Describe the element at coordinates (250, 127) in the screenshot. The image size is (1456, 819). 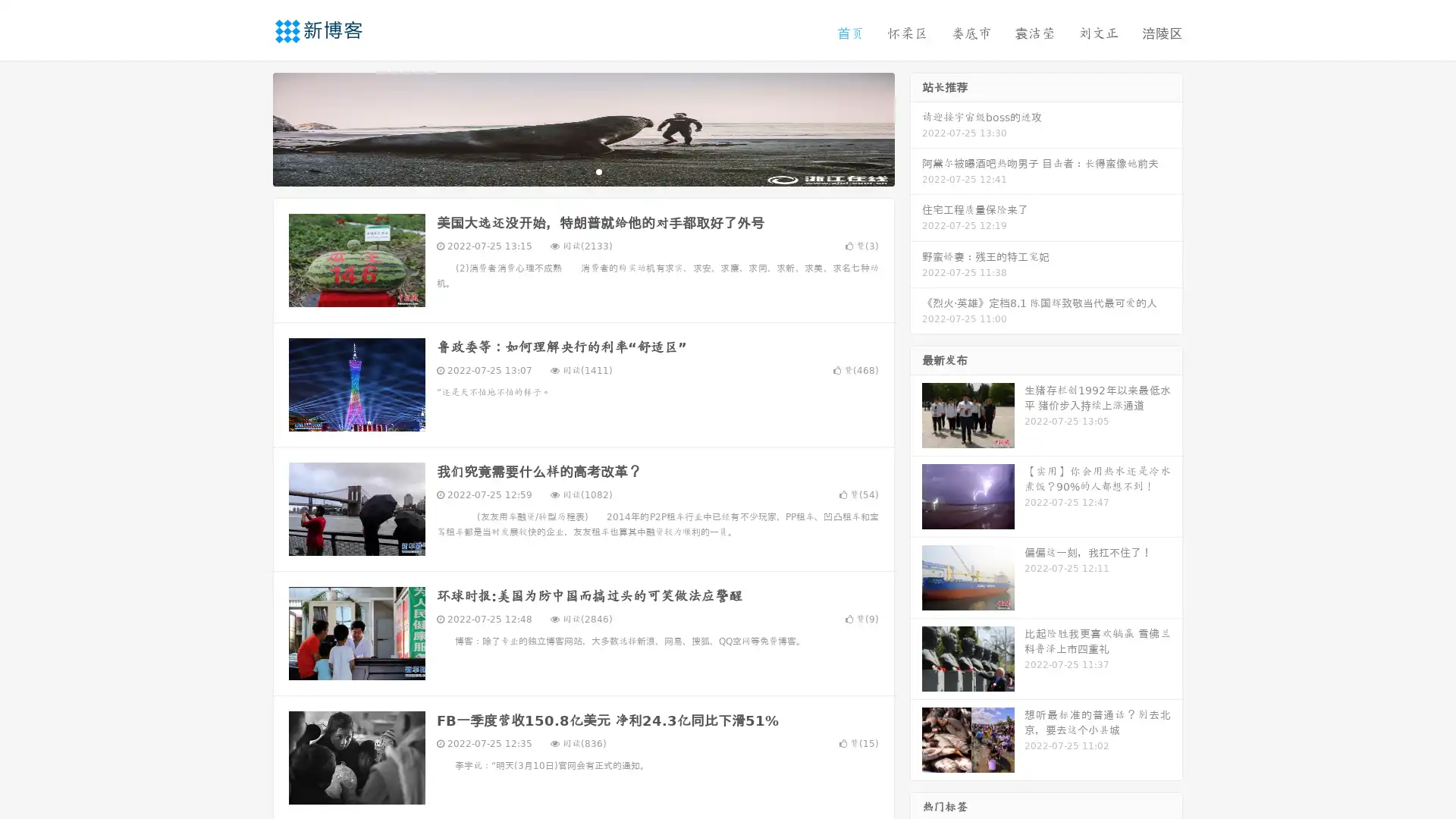
I see `Previous slide` at that location.